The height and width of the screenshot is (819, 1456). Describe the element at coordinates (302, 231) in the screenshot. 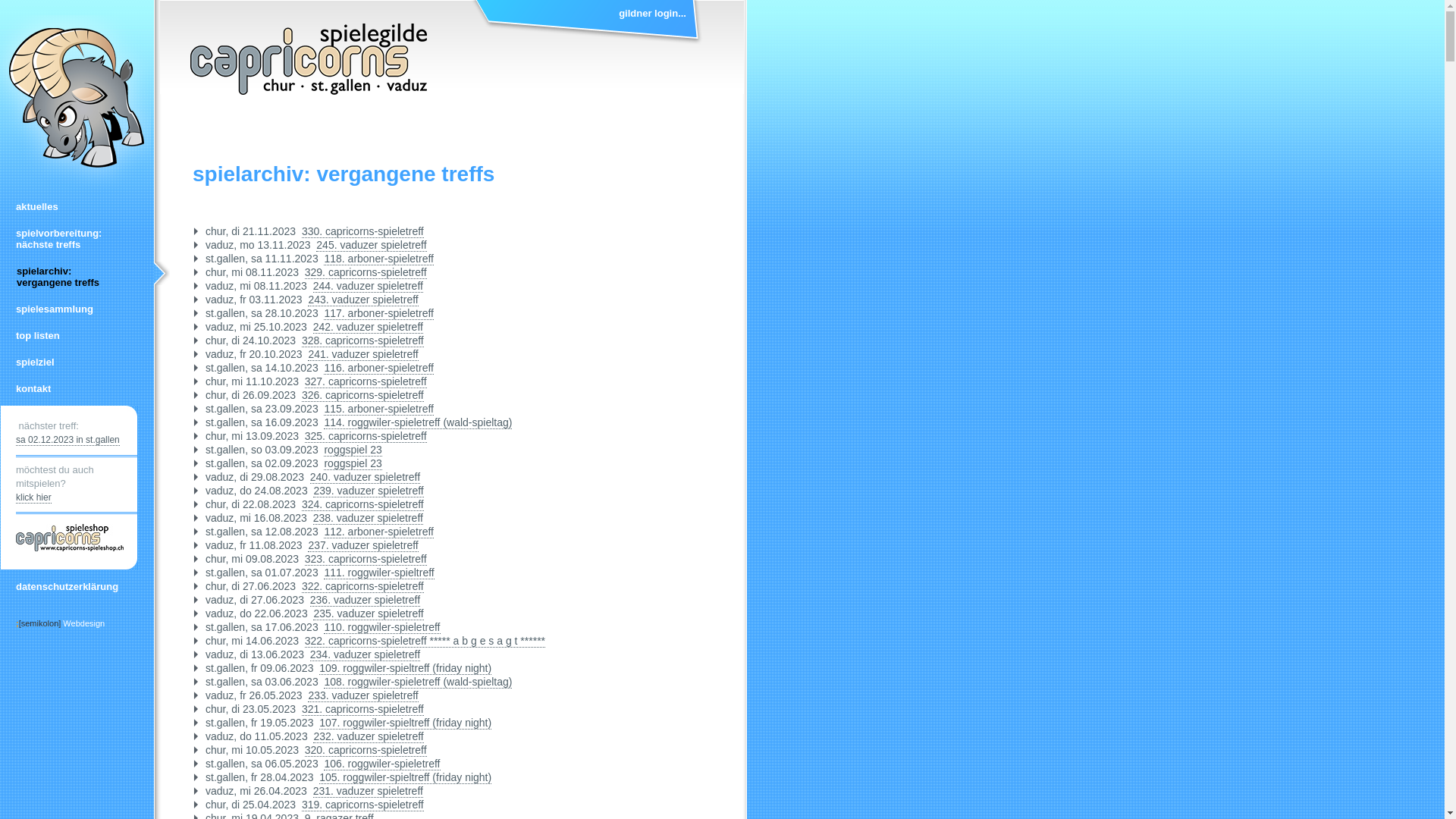

I see `'330. capricorns-spieletreff'` at that location.